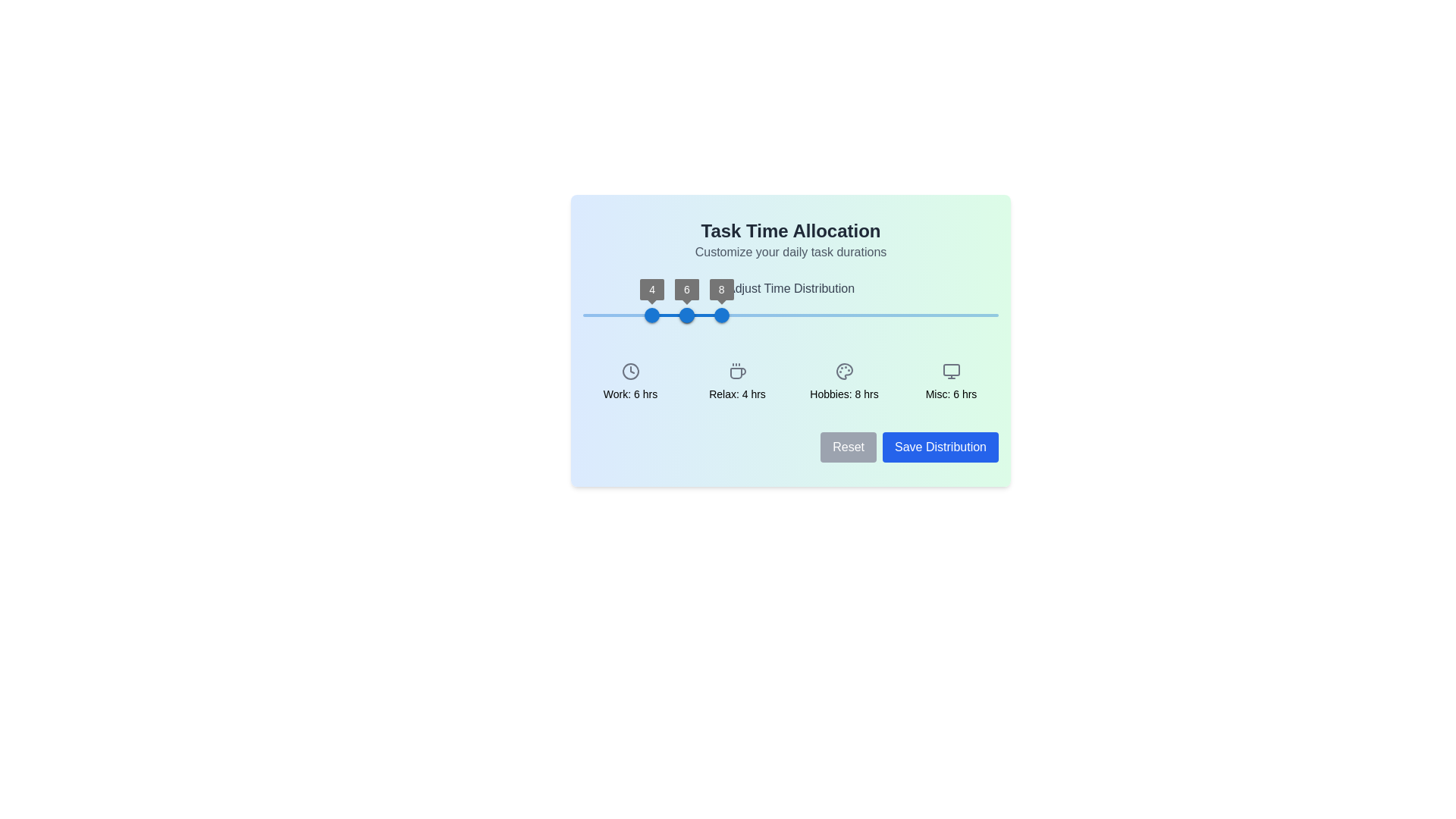  What do you see at coordinates (789, 339) in the screenshot?
I see `the sliders in the Interactive panel labeled 'Task Time Allocation'` at bounding box center [789, 339].